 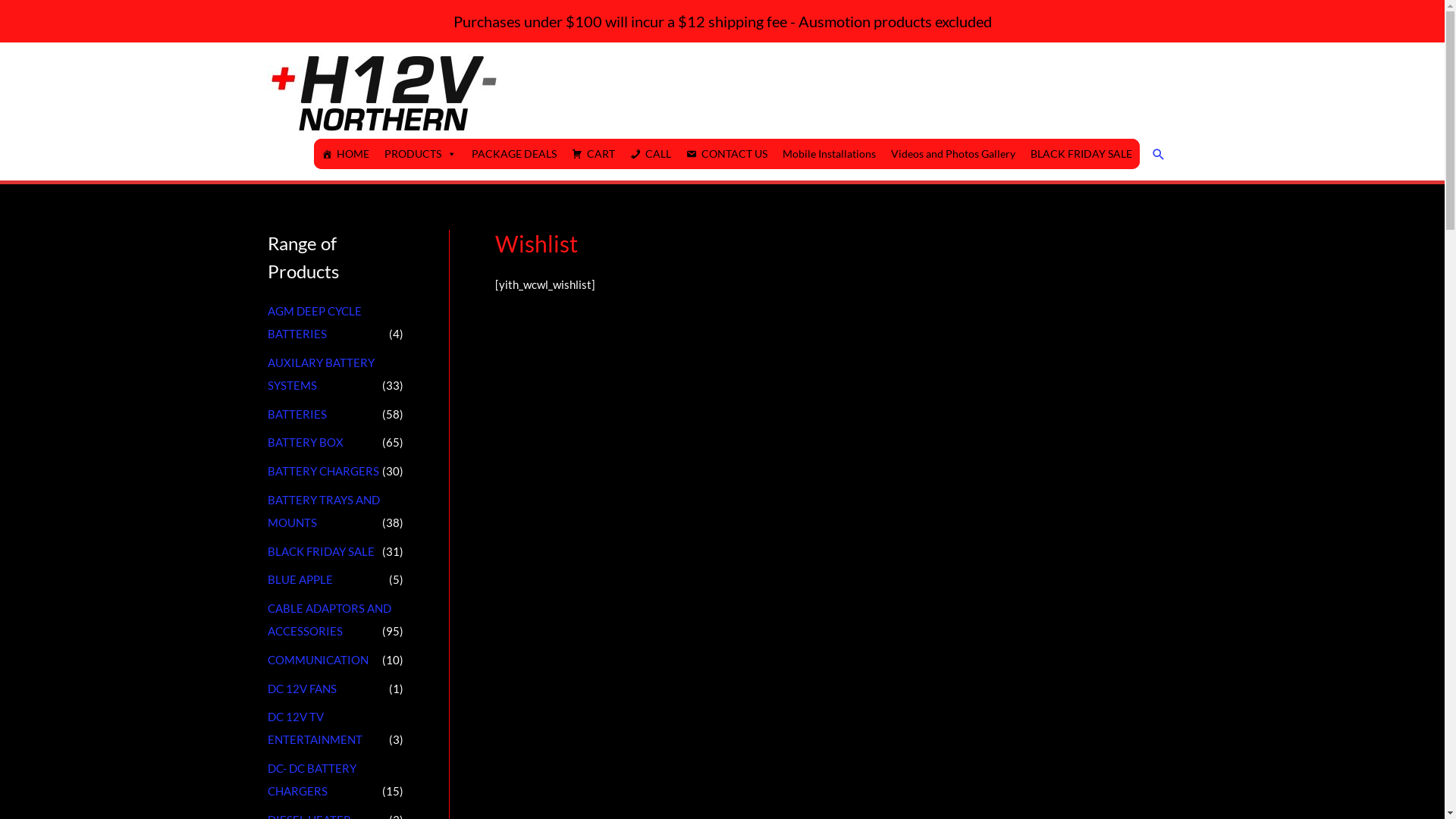 What do you see at coordinates (344, 154) in the screenshot?
I see `'HOME'` at bounding box center [344, 154].